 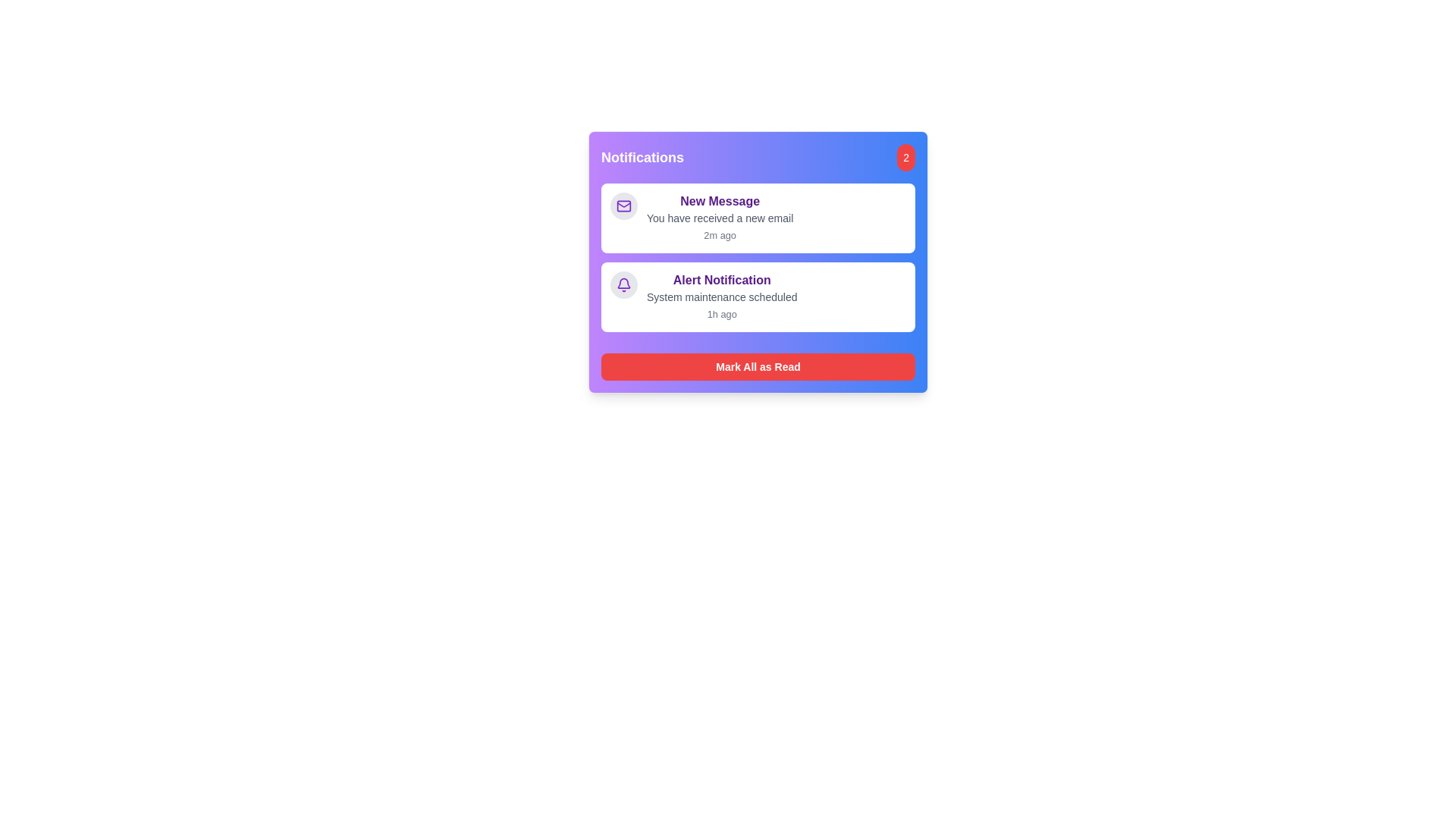 What do you see at coordinates (719, 201) in the screenshot?
I see `text label that reads 'New Message', which is styled in bold dark purple and is positioned at the top of the notification card` at bounding box center [719, 201].